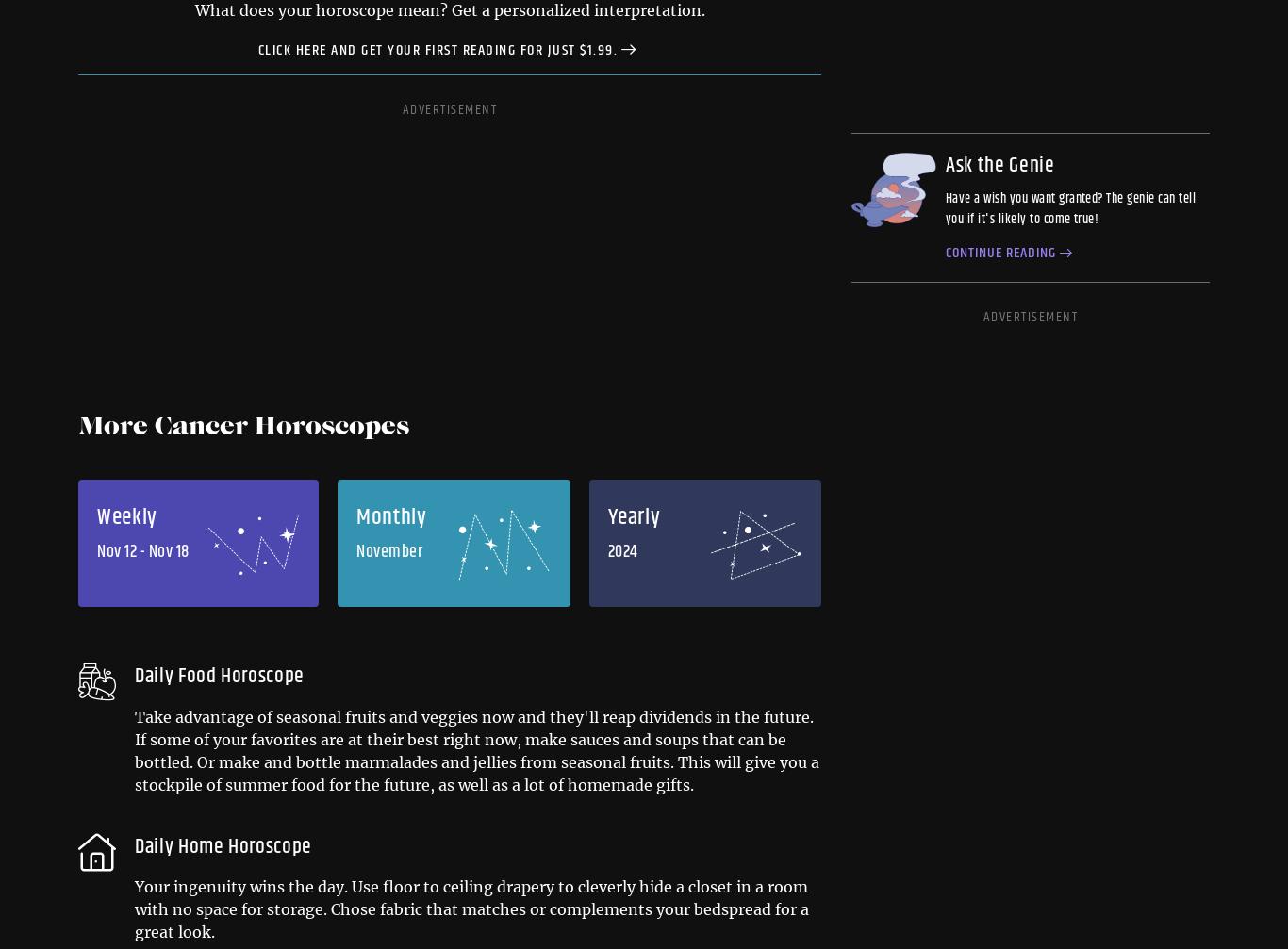 This screenshot has height=949, width=1288. I want to click on '2024', so click(621, 550).